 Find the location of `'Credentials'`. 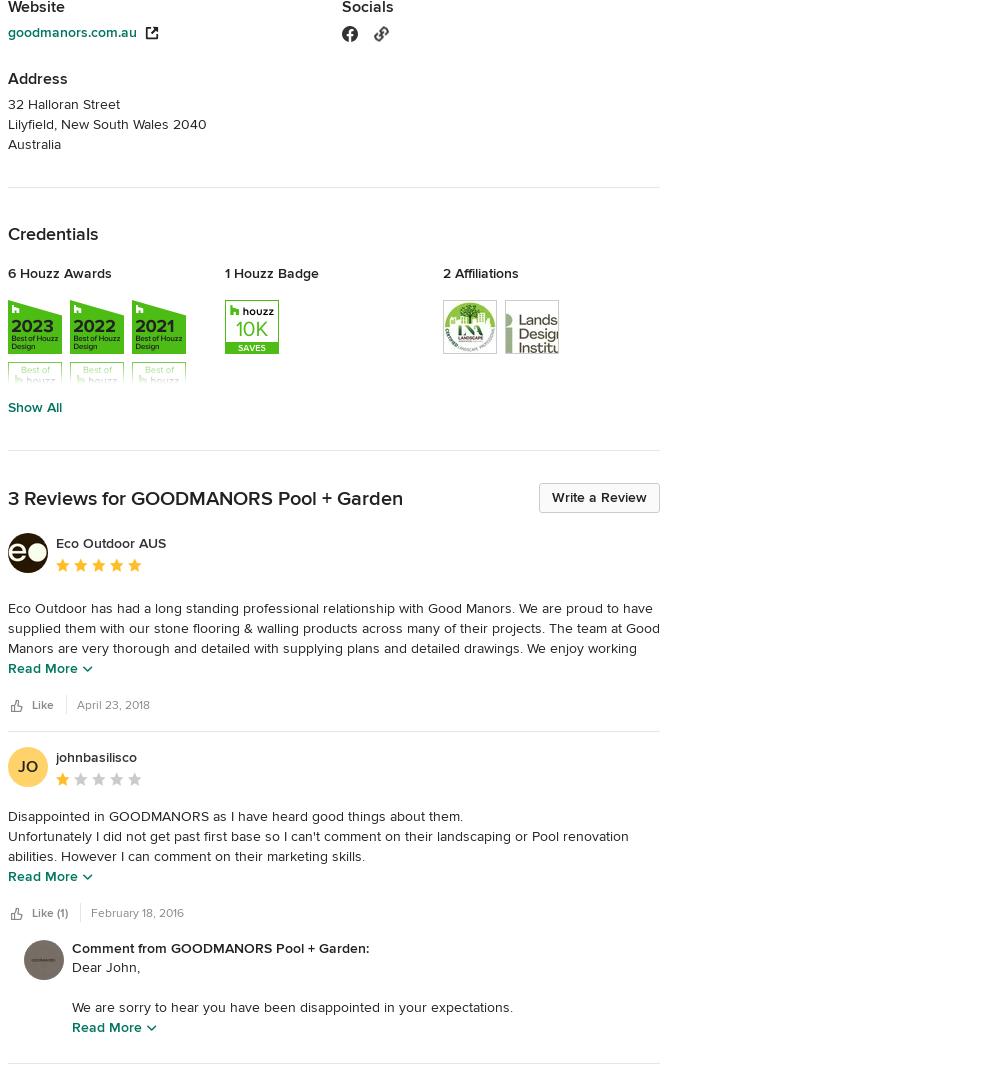

'Credentials' is located at coordinates (53, 232).